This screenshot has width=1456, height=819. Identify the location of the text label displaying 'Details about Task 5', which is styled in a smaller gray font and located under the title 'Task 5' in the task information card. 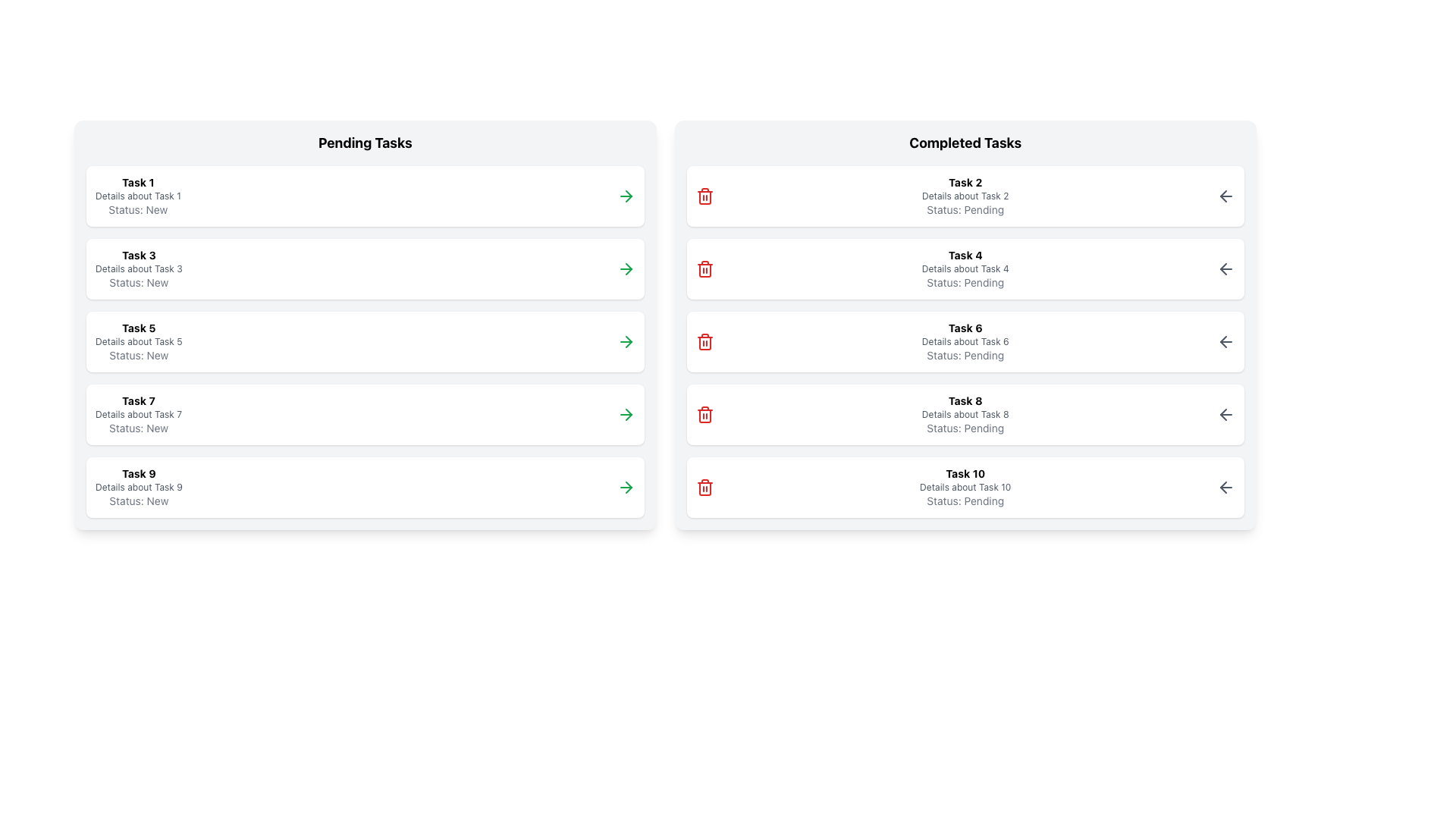
(139, 342).